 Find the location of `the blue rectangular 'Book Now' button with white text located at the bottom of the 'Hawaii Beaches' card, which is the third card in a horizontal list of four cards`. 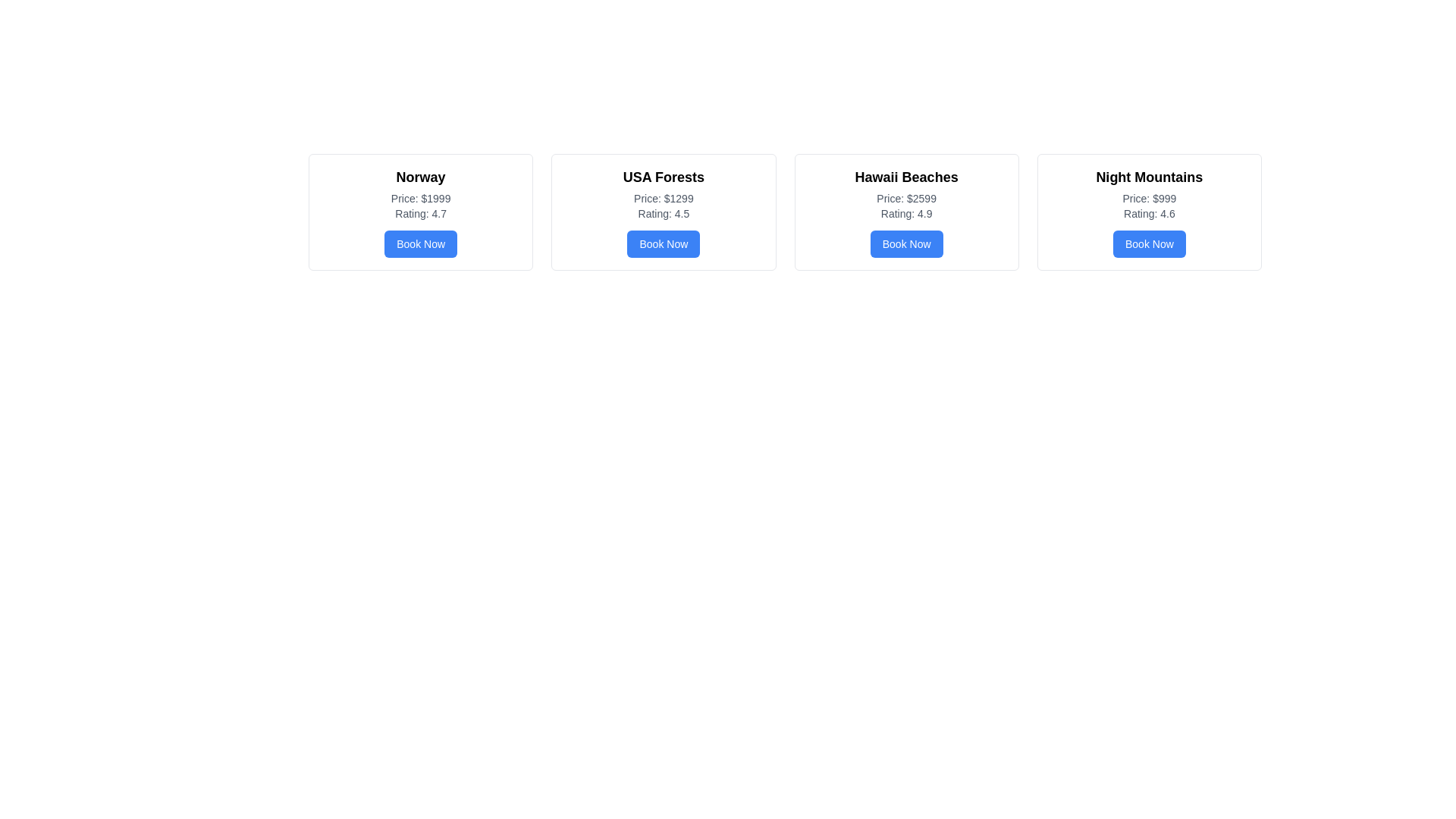

the blue rectangular 'Book Now' button with white text located at the bottom of the 'Hawaii Beaches' card, which is the third card in a horizontal list of four cards is located at coordinates (906, 243).